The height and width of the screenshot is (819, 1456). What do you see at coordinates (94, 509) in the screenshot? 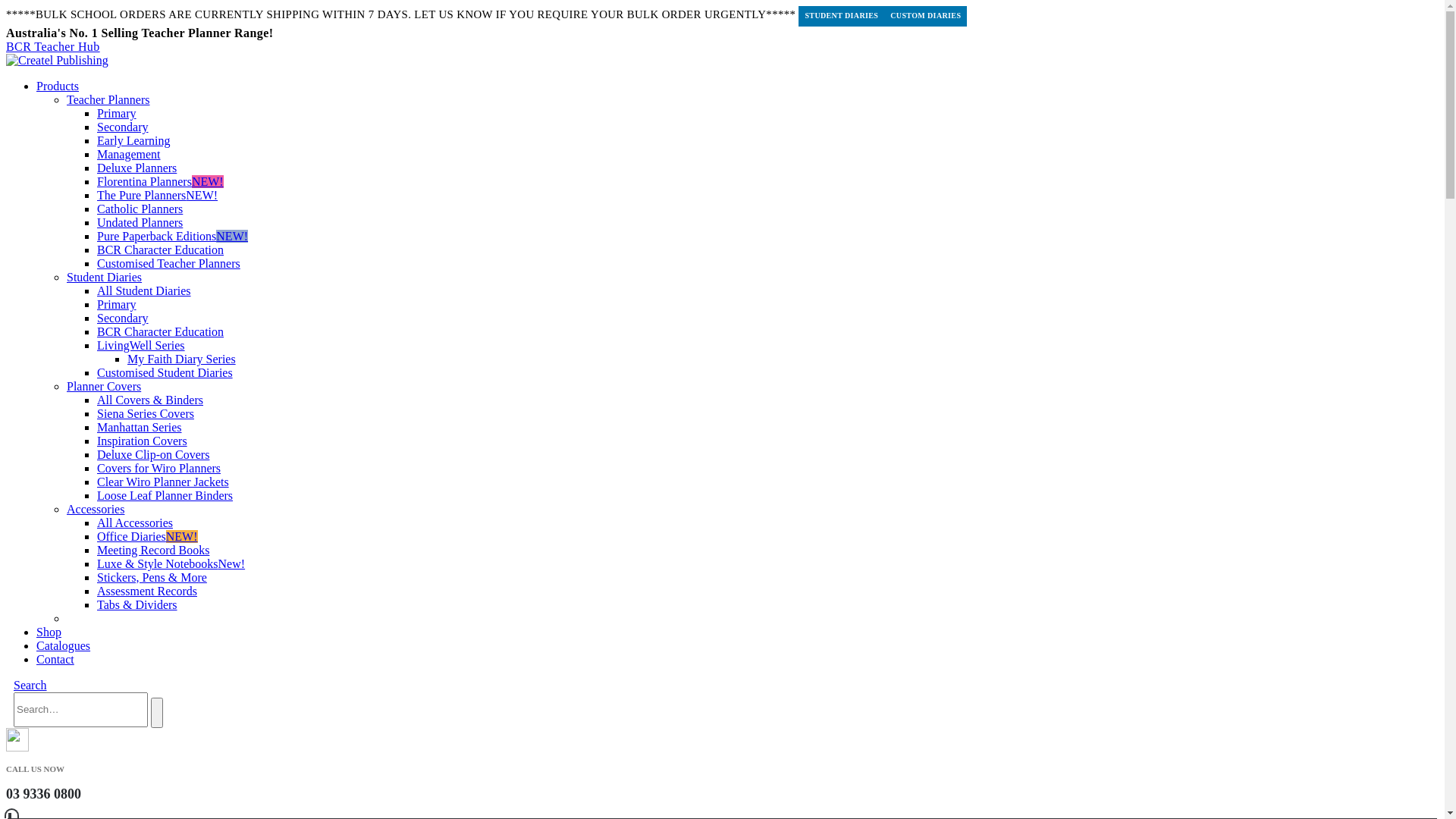
I see `'Accessories'` at bounding box center [94, 509].